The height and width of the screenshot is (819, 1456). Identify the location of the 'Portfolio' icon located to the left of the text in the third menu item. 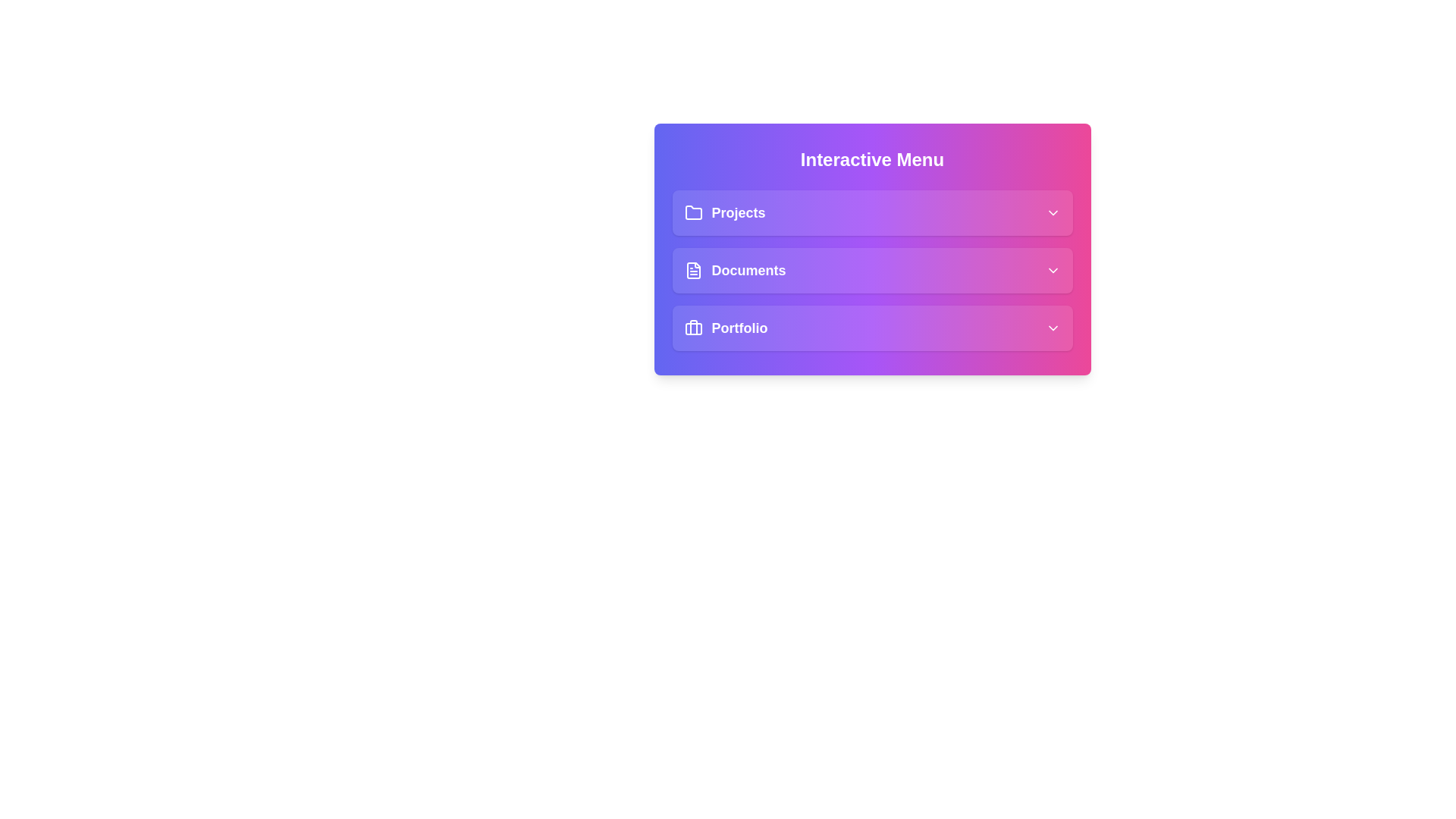
(692, 327).